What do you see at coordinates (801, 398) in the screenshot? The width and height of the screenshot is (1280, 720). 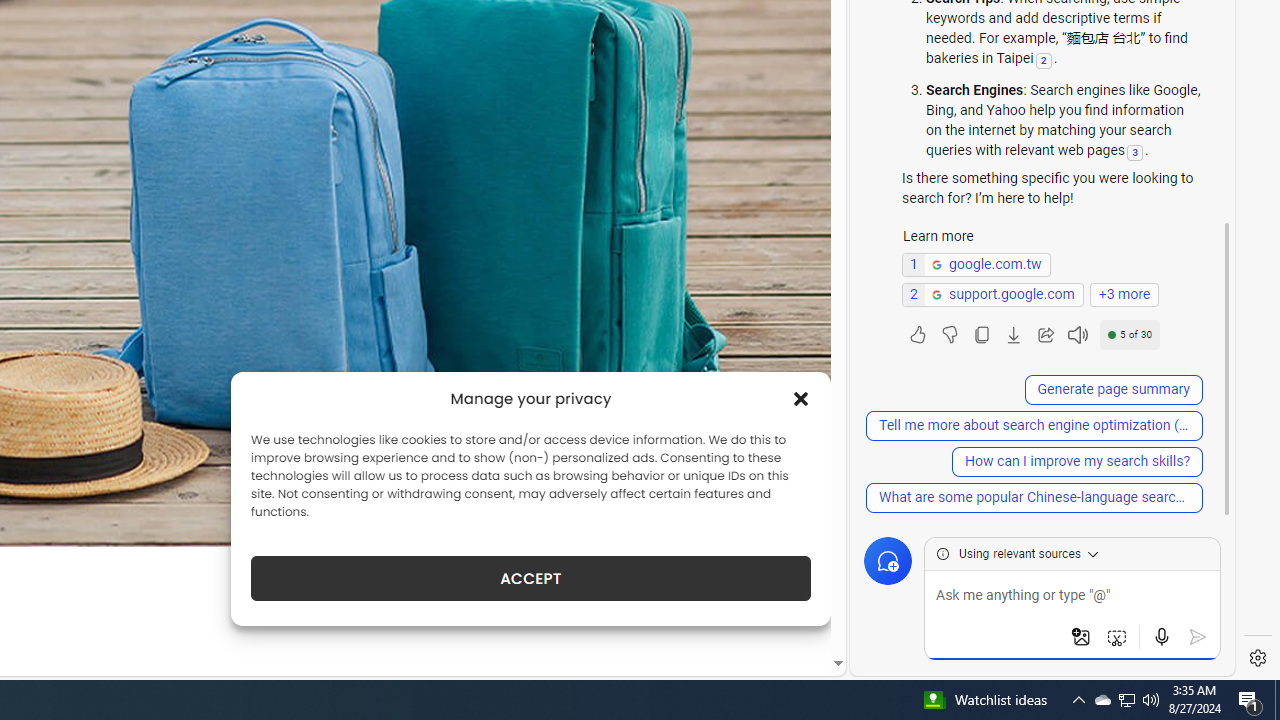 I see `'Class: cmplz-close'` at bounding box center [801, 398].